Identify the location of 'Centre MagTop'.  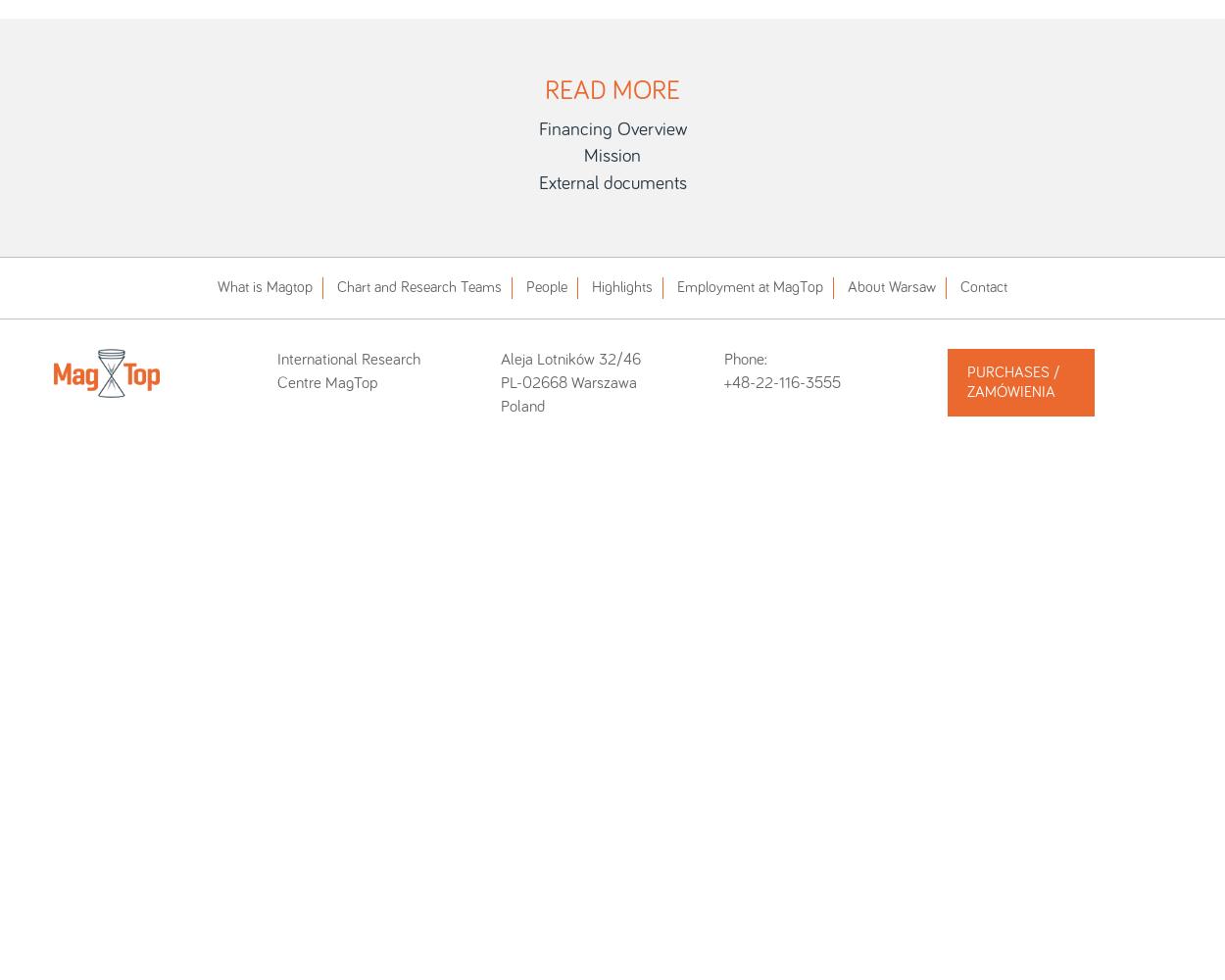
(326, 383).